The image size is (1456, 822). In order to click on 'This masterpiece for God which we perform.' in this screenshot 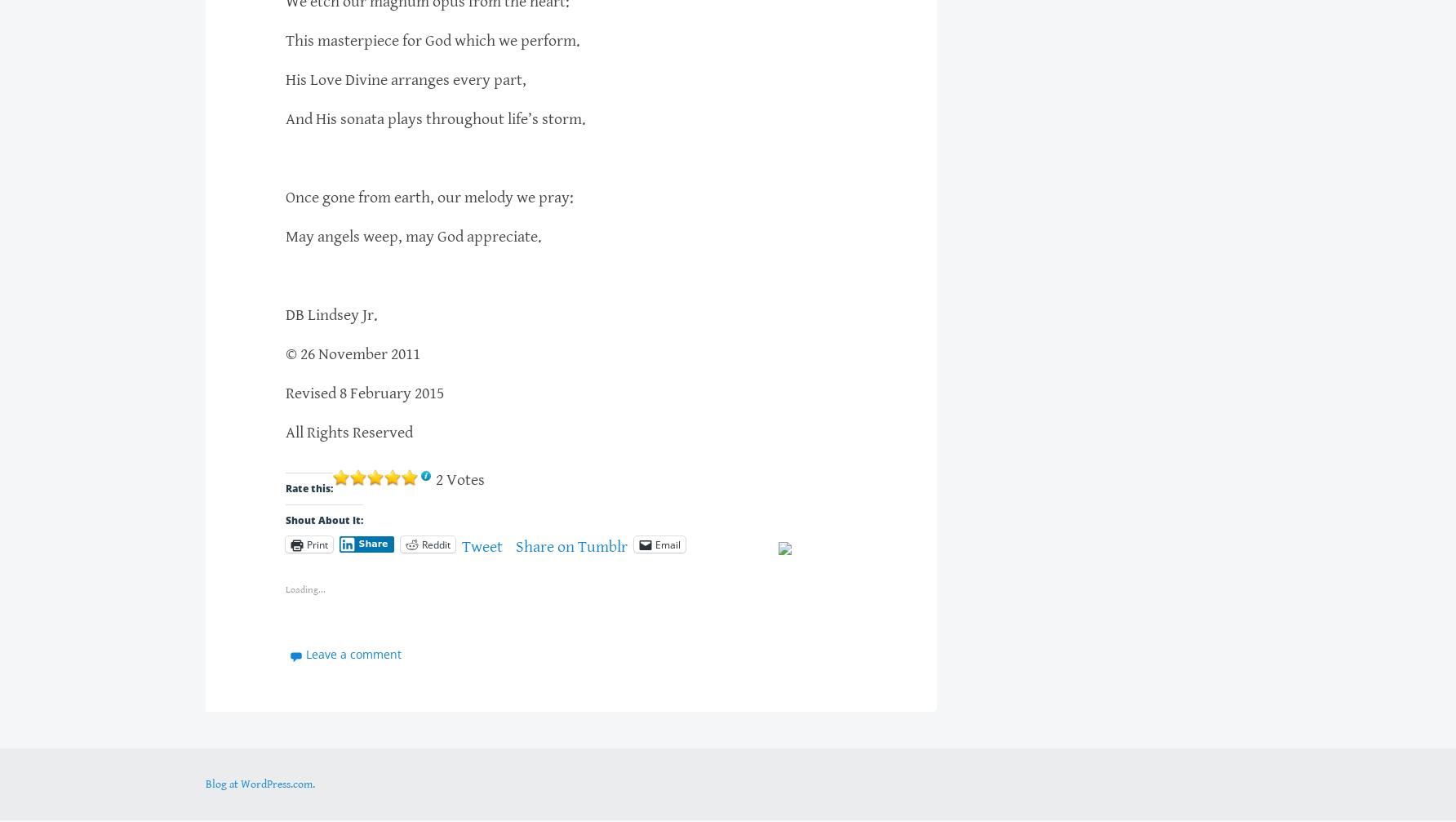, I will do `click(433, 40)`.